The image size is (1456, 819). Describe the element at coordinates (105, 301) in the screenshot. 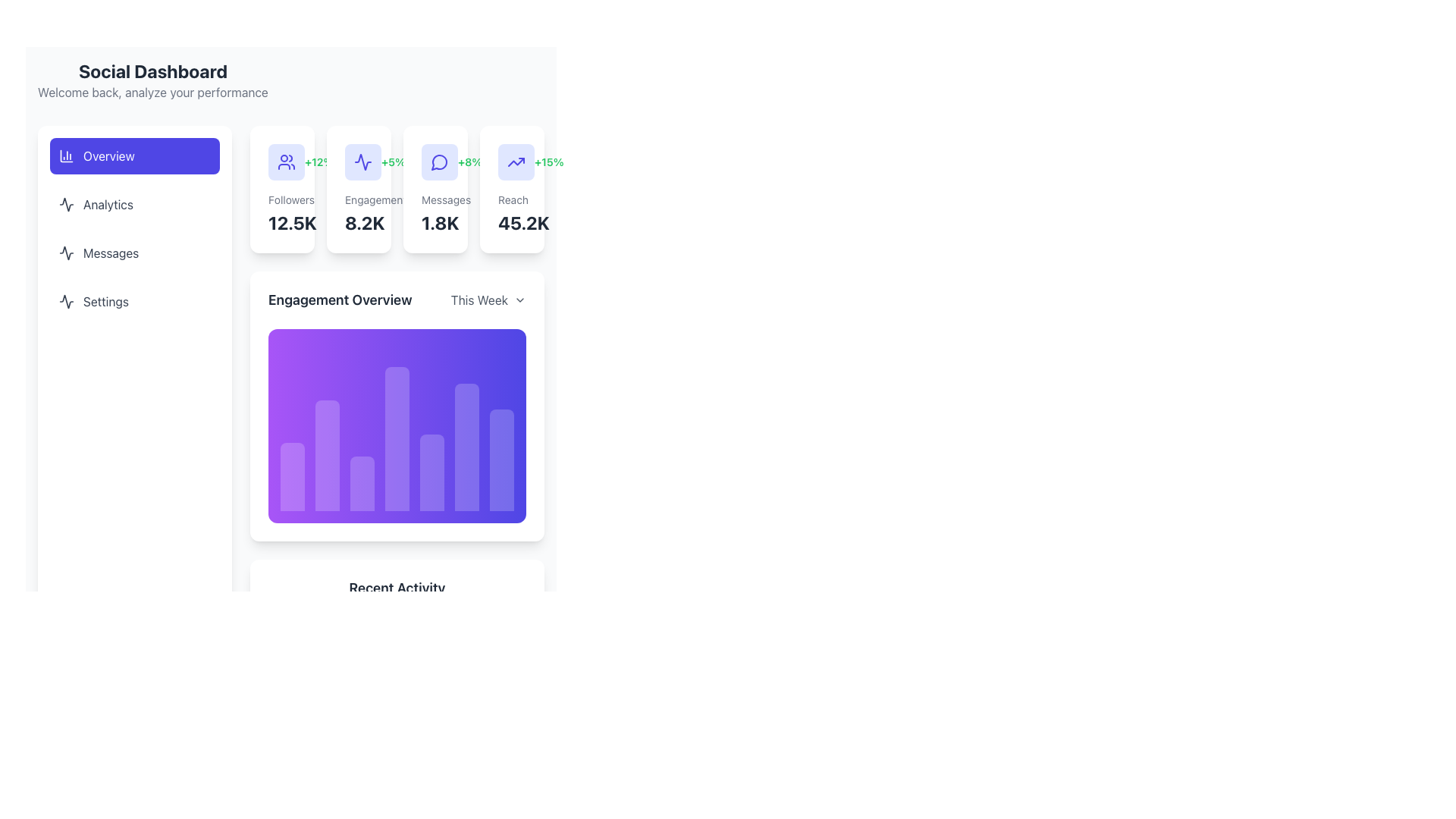

I see `the fourth text label in the side navigation menu that activates the settings page` at that location.